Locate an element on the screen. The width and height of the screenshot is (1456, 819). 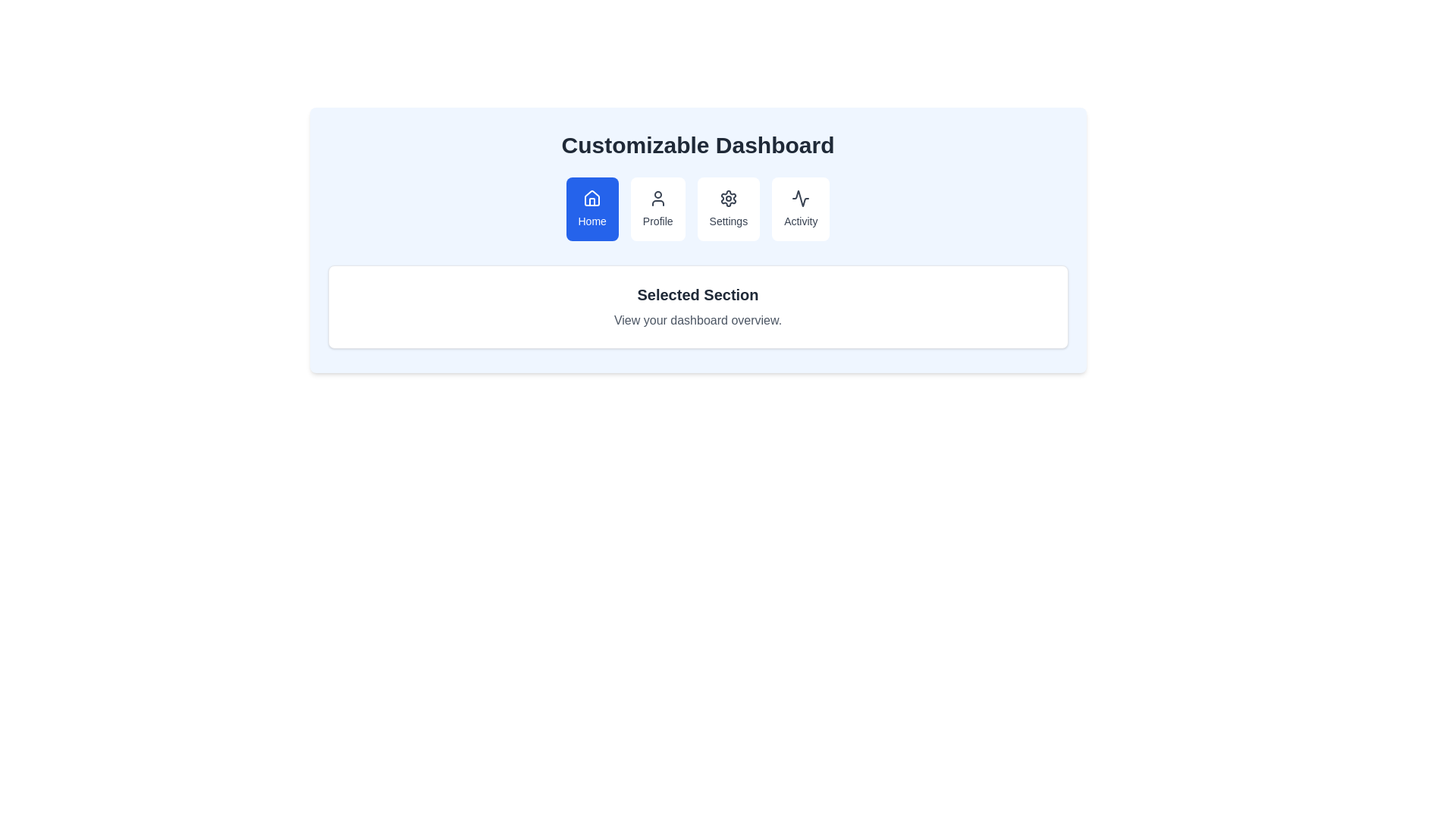
the Text Header element that serves as the title for the dashboard interface, positioned at the top-center above the navigation buttons is located at coordinates (697, 146).